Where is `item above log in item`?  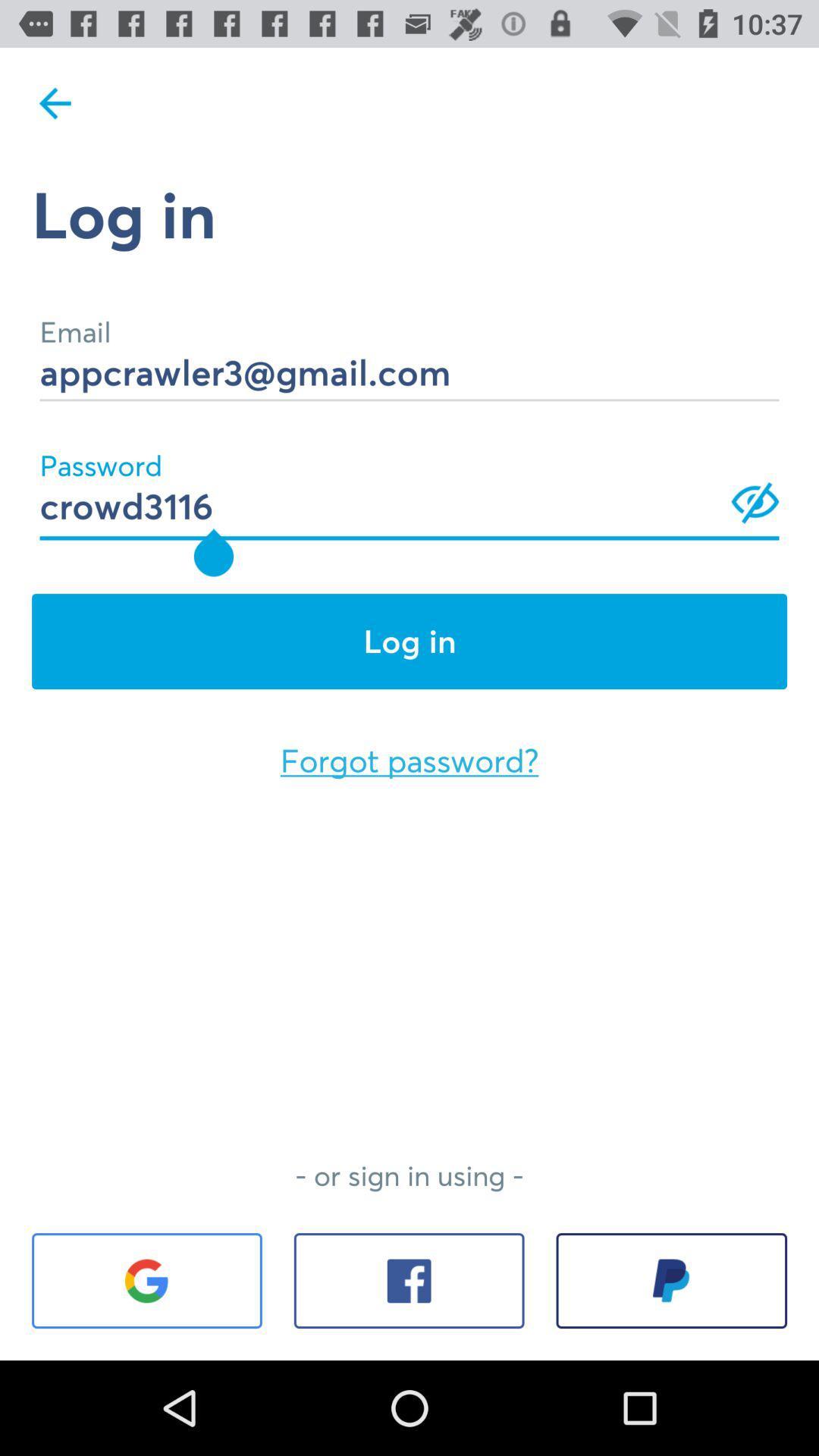 item above log in item is located at coordinates (55, 102).